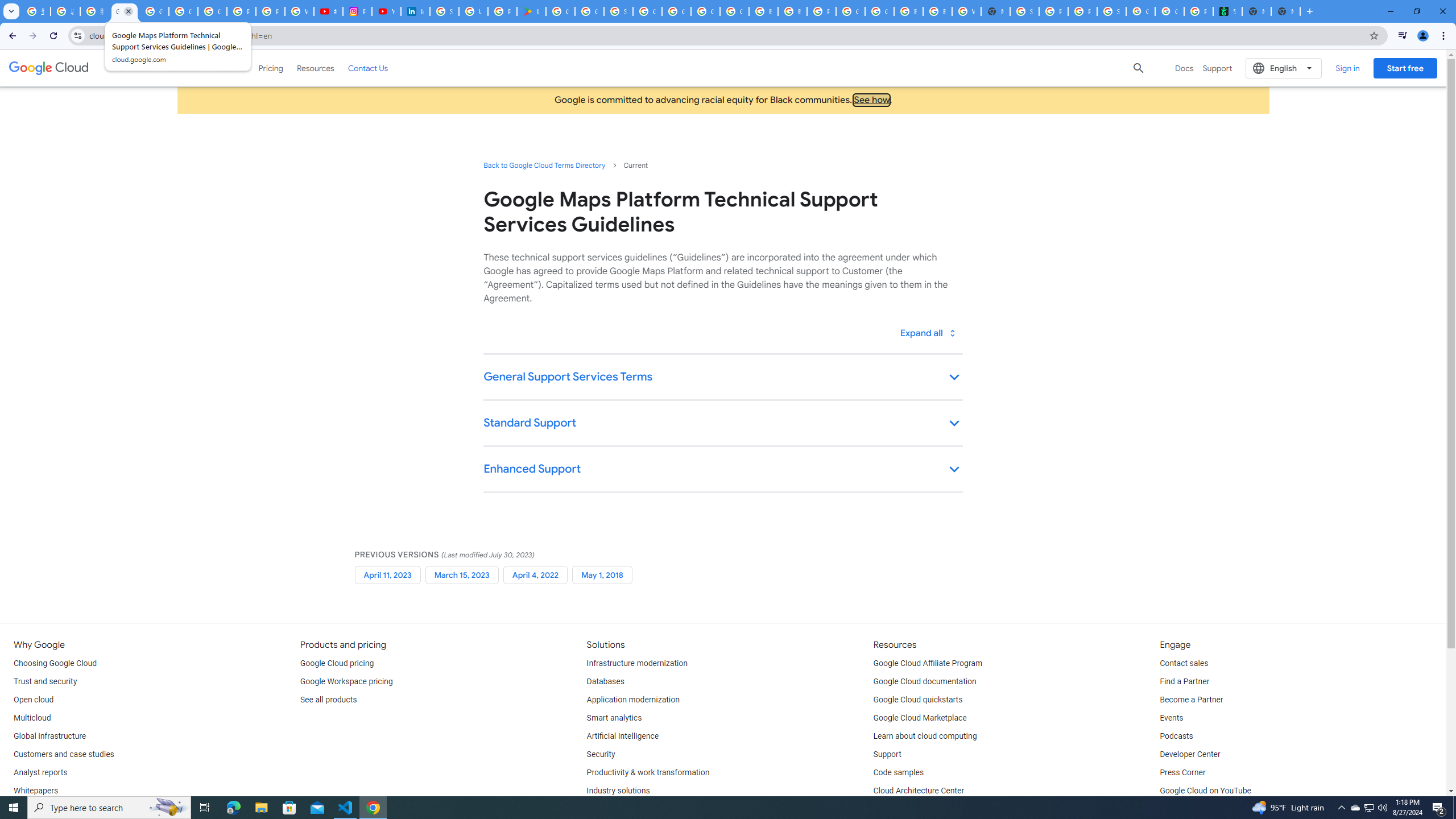 The image size is (1456, 819). Describe the element at coordinates (1405, 67) in the screenshot. I see `'Start free'` at that location.